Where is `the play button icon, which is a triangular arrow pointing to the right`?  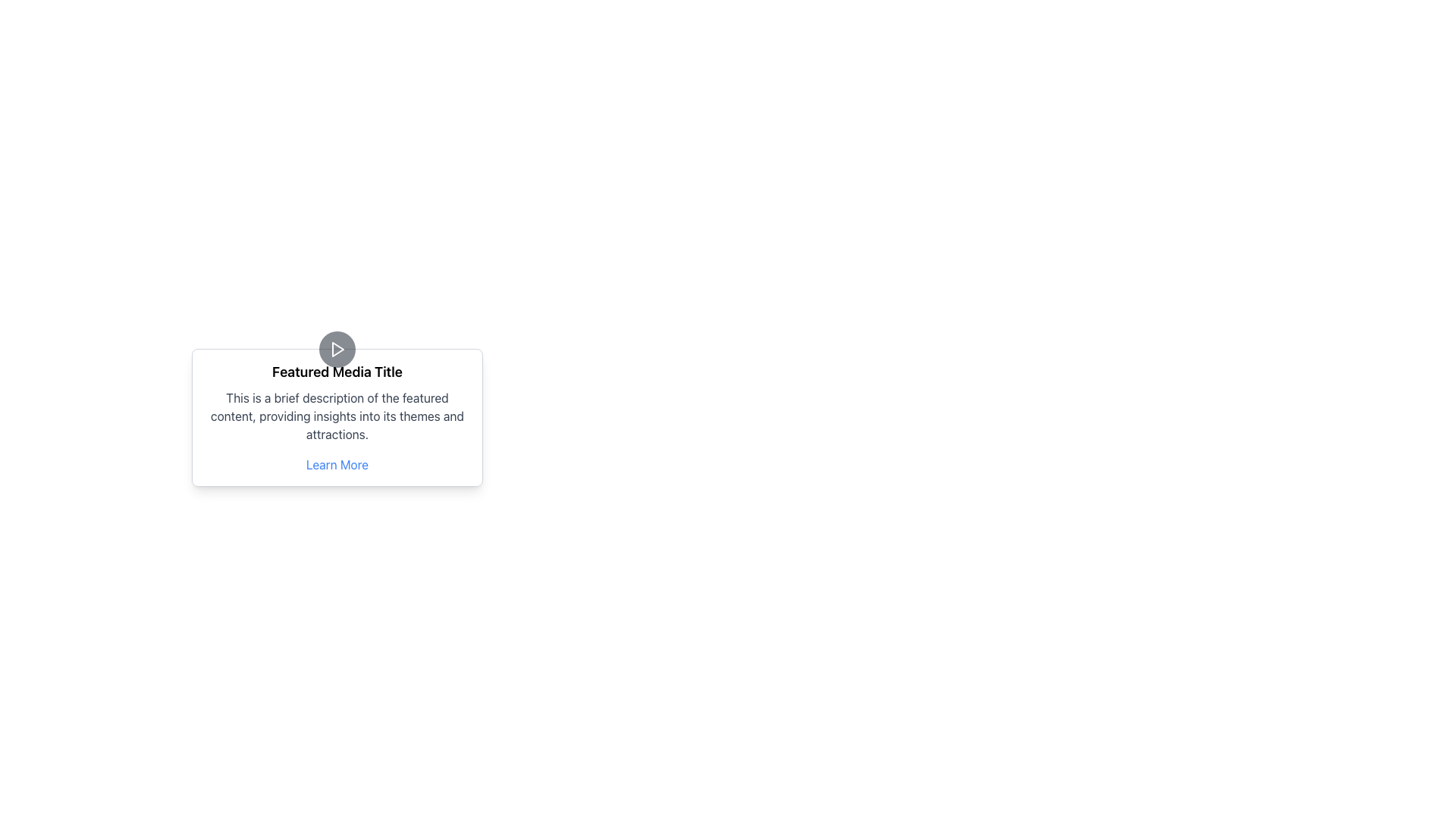
the play button icon, which is a triangular arrow pointing to the right is located at coordinates (337, 350).